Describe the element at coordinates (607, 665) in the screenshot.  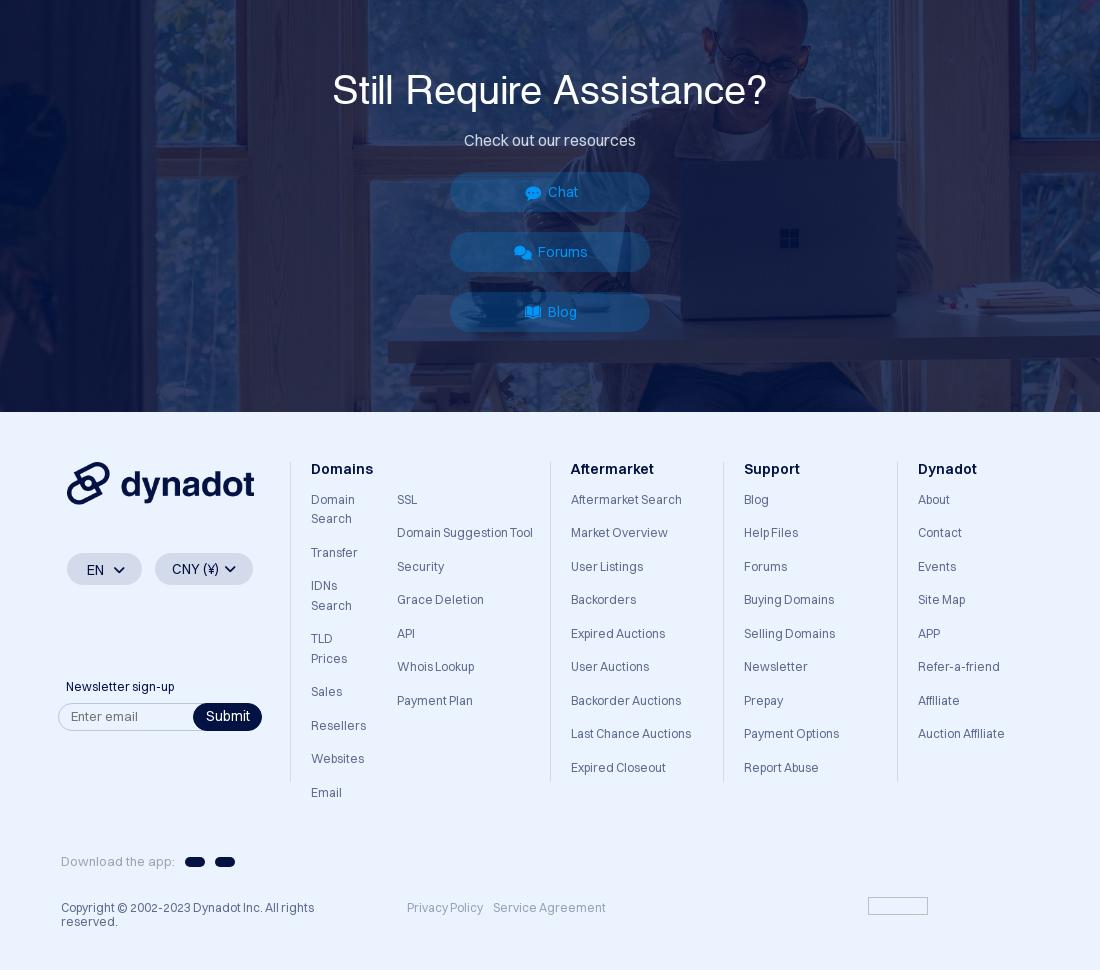
I see `'User Auctions'` at that location.